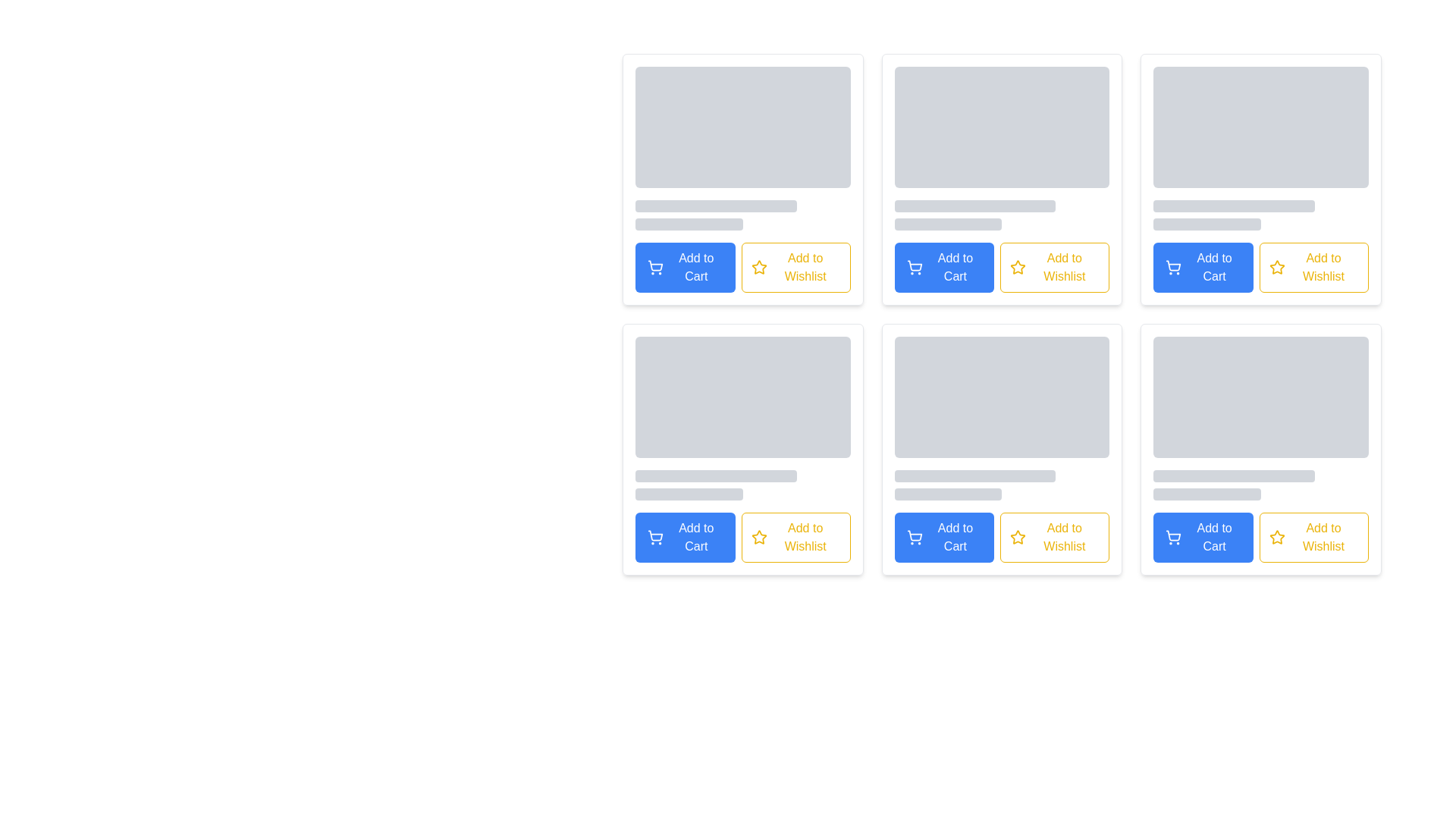  I want to click on the slider position, so click(995, 494).